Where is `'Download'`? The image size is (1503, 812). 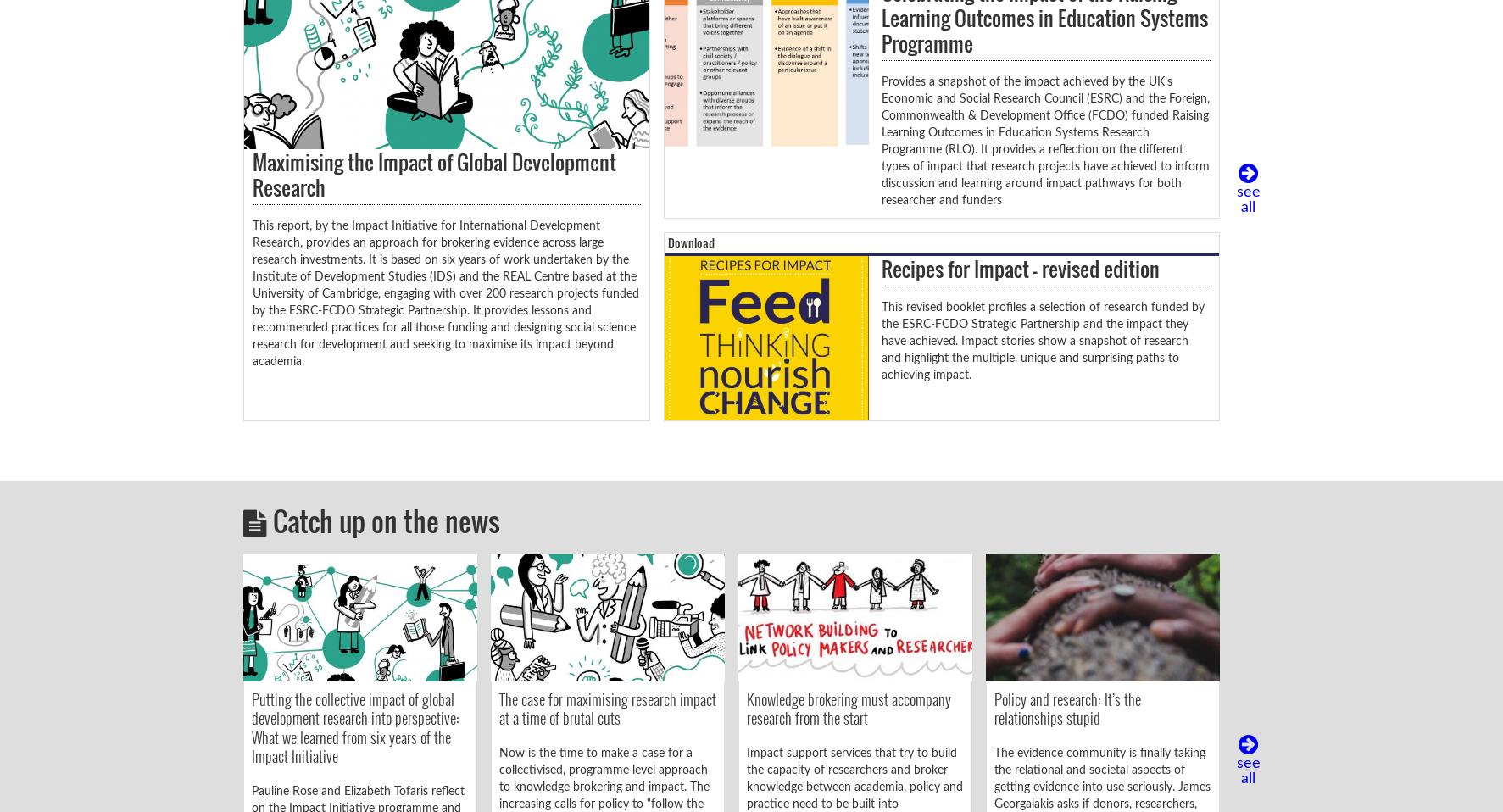 'Download' is located at coordinates (689, 242).